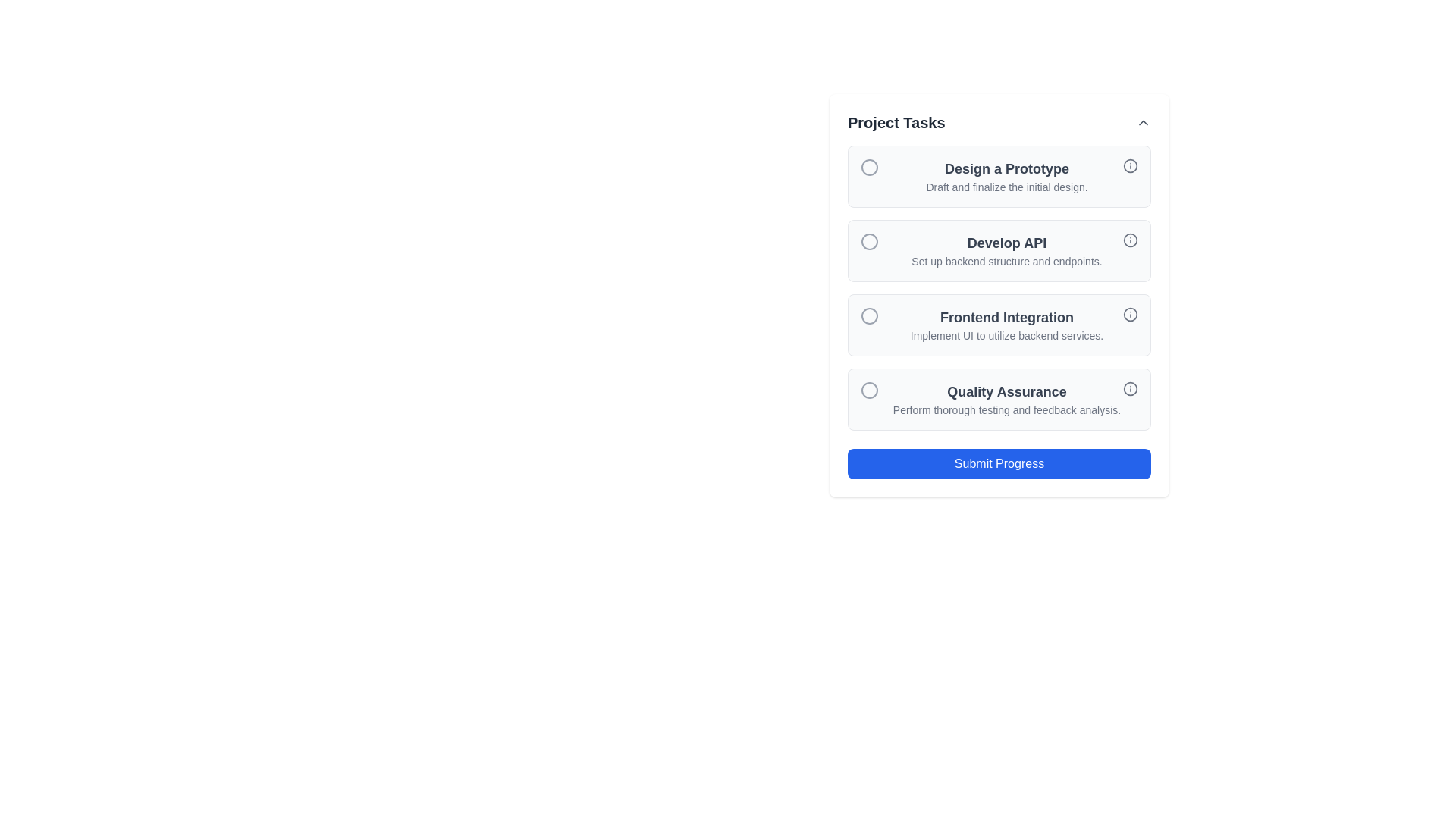 This screenshot has height=819, width=1456. What do you see at coordinates (1007, 242) in the screenshot?
I see `the header label 'Develop API' styled in bold, large grayish-blue font, which is the title of the second item in the 'Project Tasks' card, located between 'Design a Prototype' and its description` at bounding box center [1007, 242].